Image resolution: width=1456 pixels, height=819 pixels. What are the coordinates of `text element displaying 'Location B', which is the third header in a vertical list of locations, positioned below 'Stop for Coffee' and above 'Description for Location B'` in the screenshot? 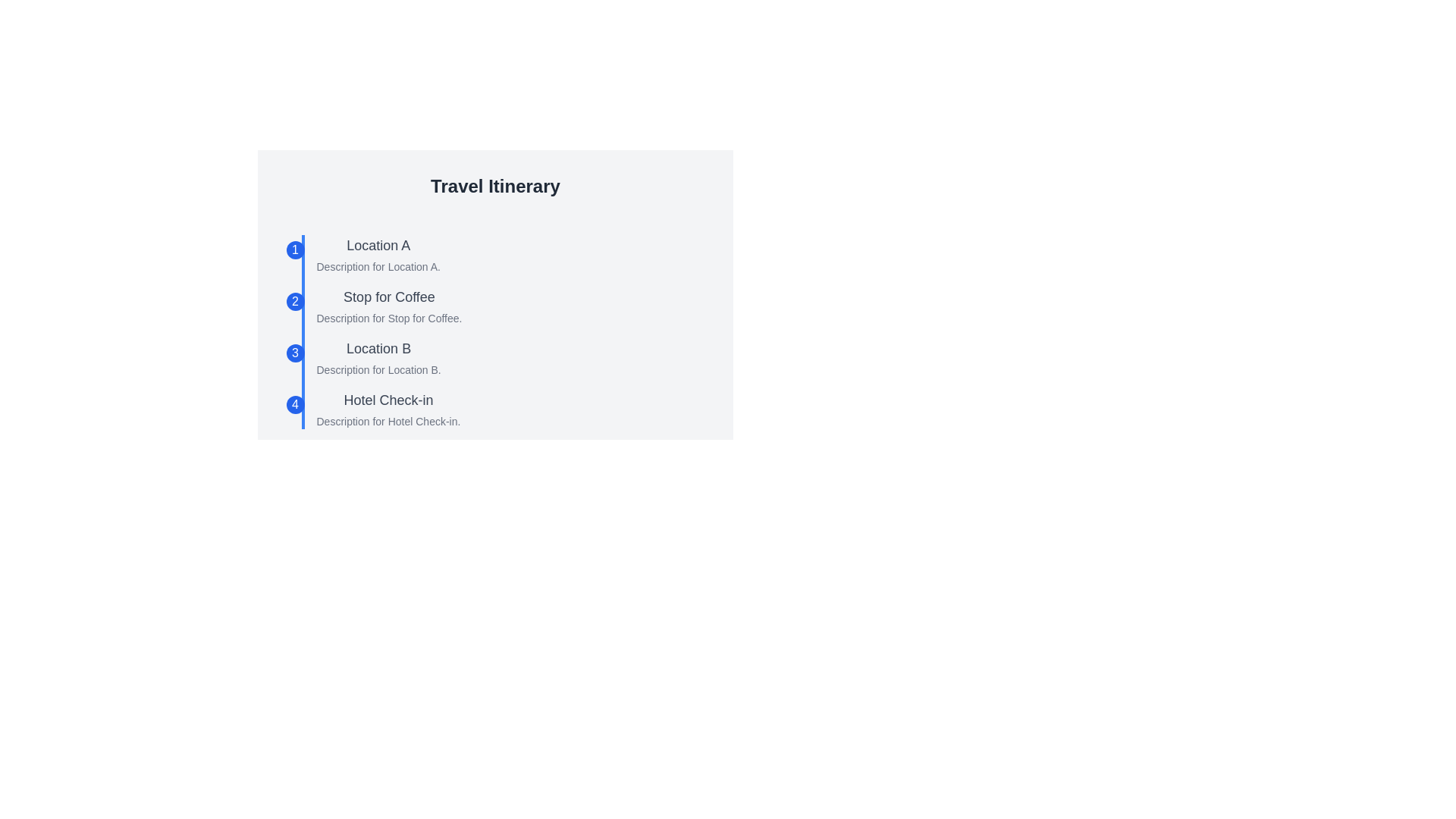 It's located at (378, 348).